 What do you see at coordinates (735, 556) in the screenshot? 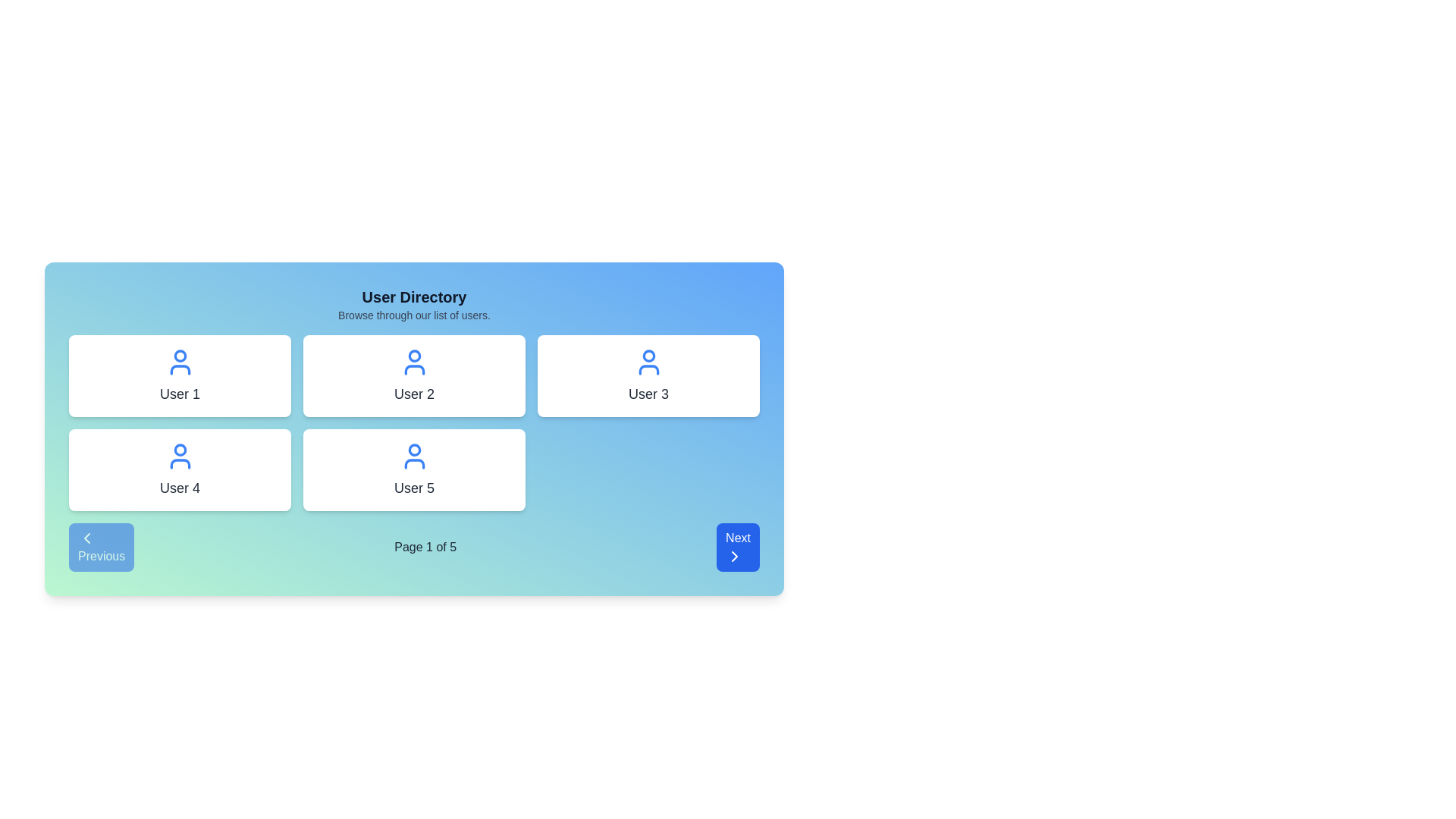
I see `the chevron icon within the 'Next' button located at the bottom-right corner of the interface` at bounding box center [735, 556].